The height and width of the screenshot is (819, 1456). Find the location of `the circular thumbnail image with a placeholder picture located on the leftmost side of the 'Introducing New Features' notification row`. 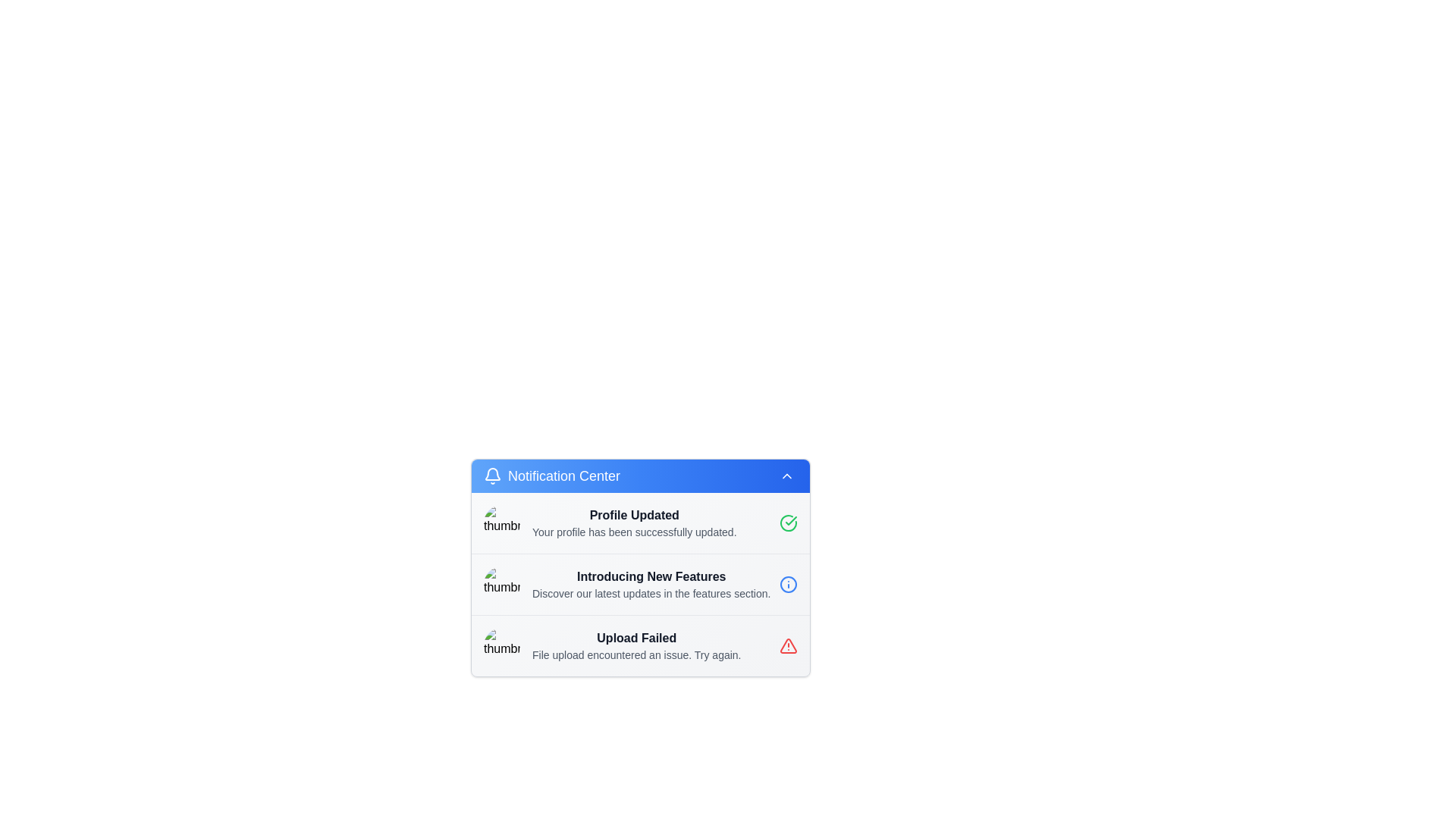

the circular thumbnail image with a placeholder picture located on the leftmost side of the 'Introducing New Features' notification row is located at coordinates (502, 584).